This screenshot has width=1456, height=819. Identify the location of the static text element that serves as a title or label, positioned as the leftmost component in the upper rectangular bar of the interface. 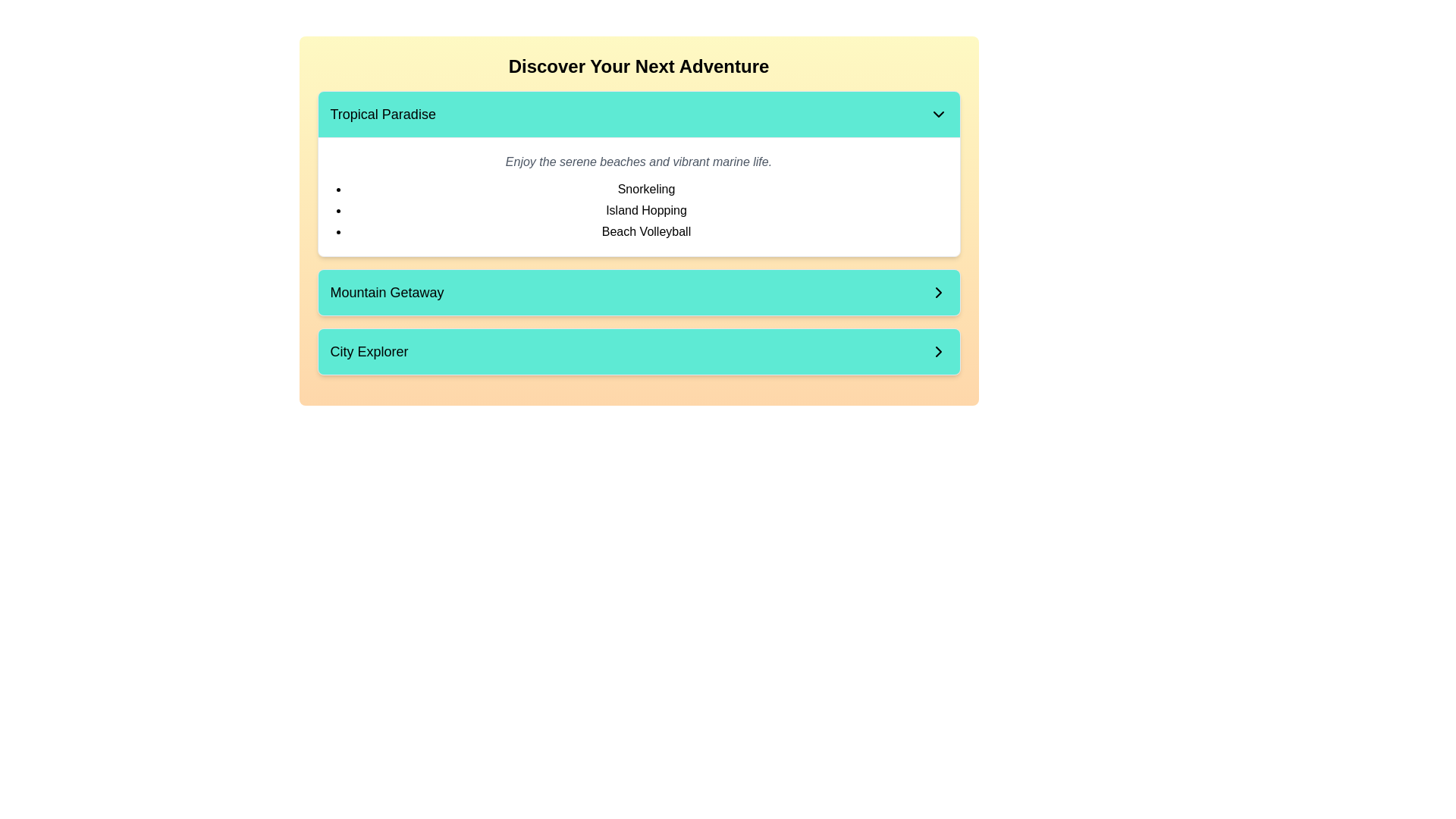
(383, 113).